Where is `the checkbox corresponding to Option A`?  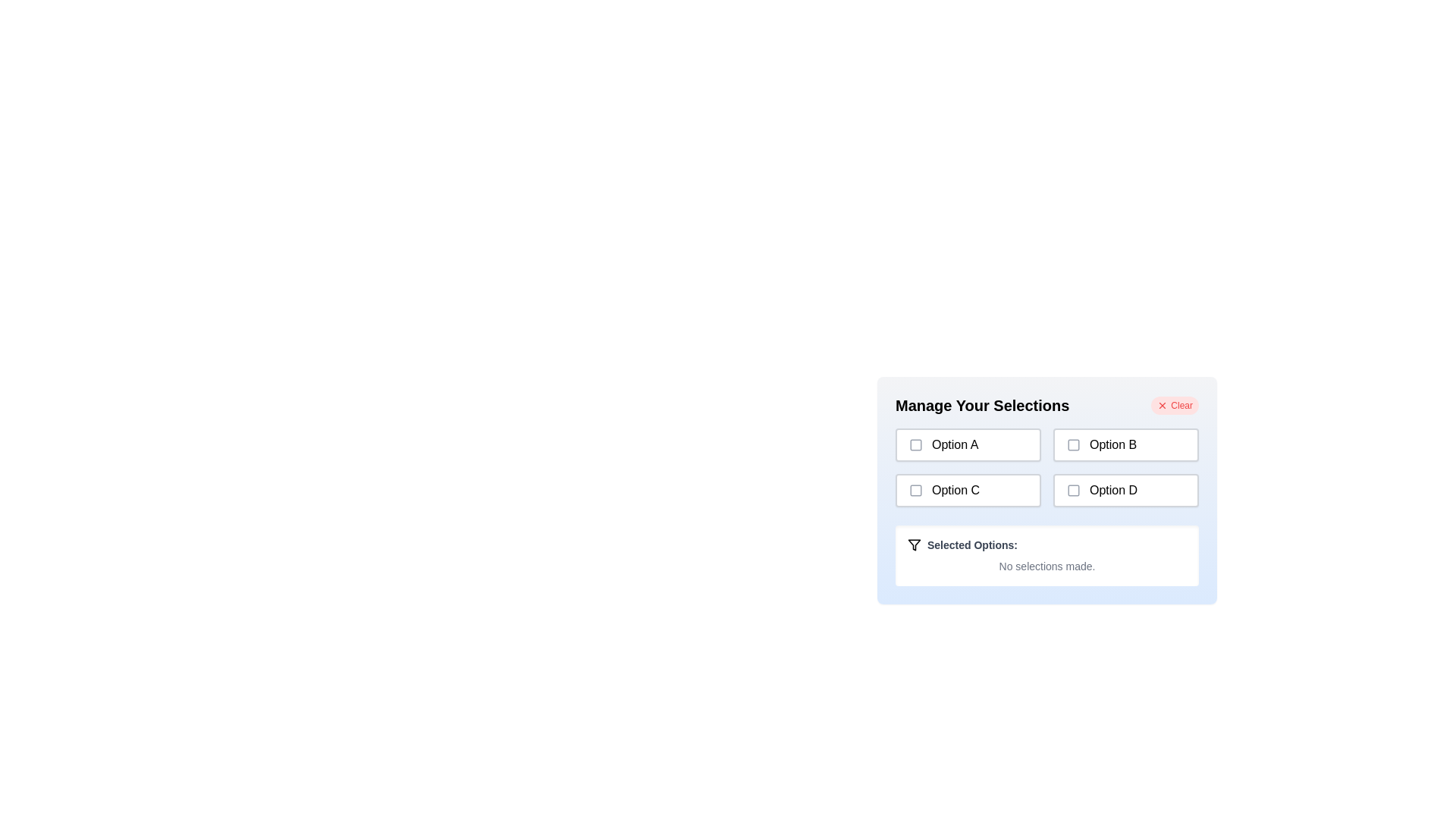
the checkbox corresponding to Option A is located at coordinates (915, 444).